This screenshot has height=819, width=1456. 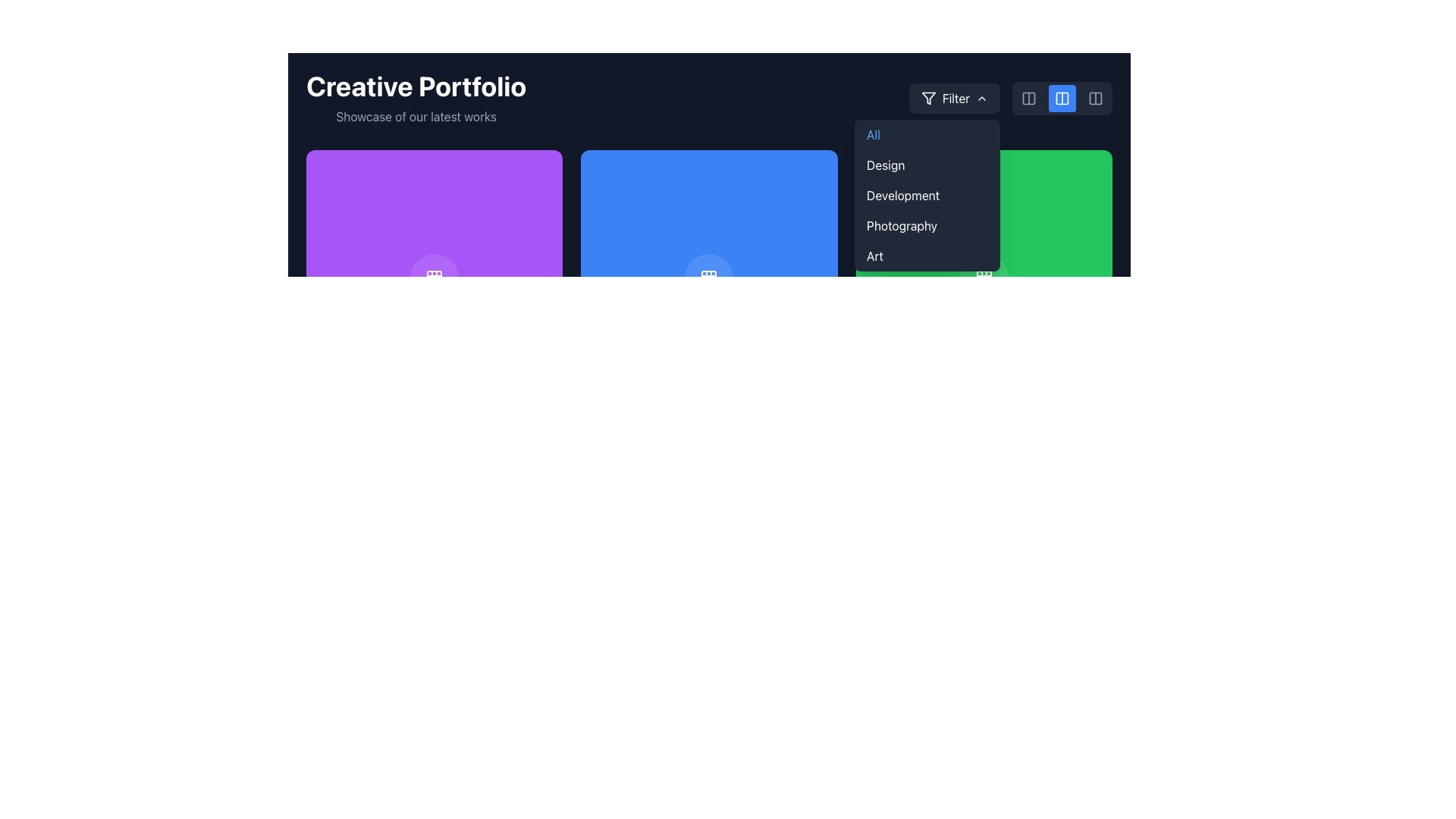 I want to click on the 'Filter' text label within the button, so click(x=955, y=99).